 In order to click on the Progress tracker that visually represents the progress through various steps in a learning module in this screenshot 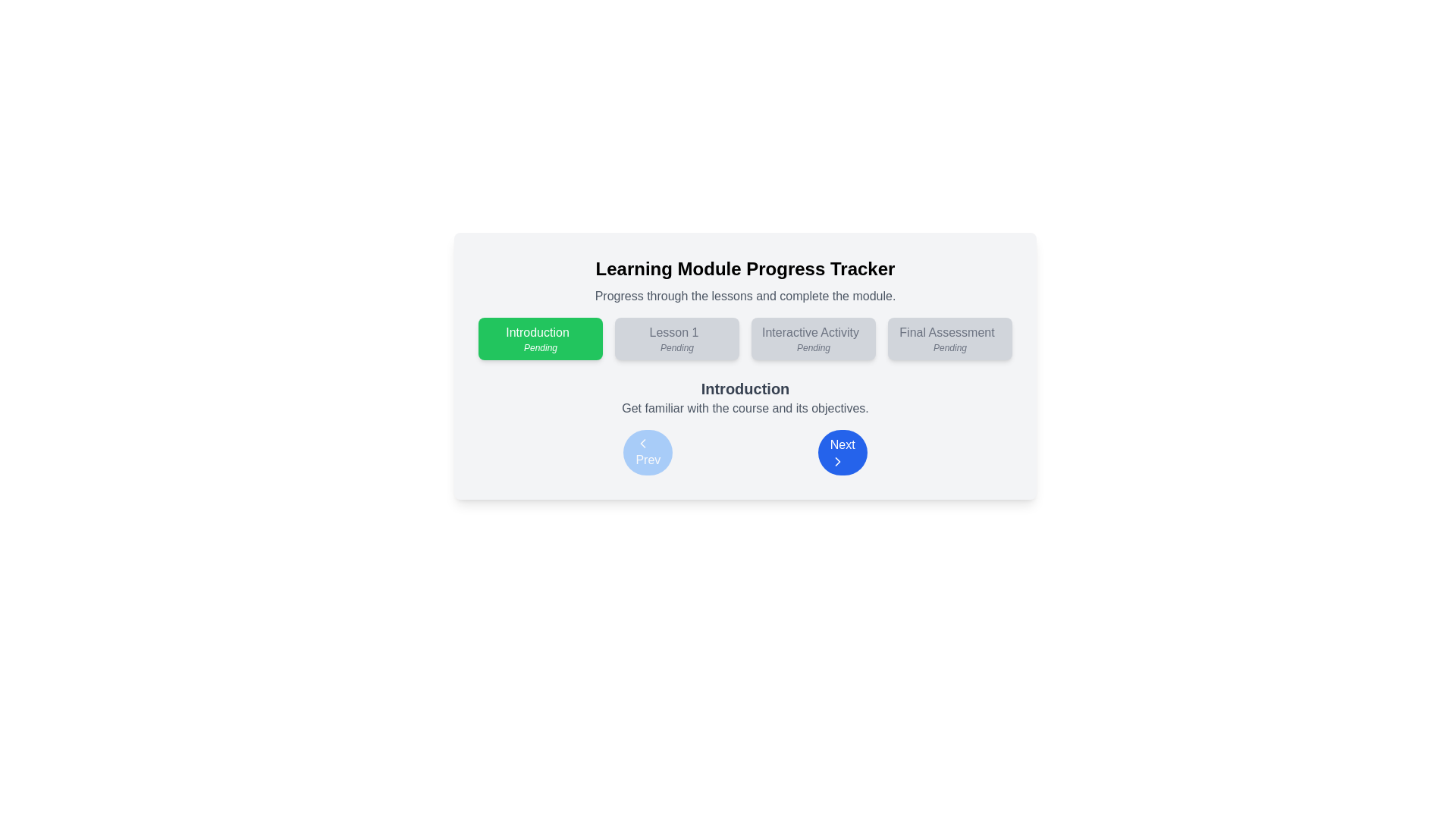, I will do `click(745, 338)`.